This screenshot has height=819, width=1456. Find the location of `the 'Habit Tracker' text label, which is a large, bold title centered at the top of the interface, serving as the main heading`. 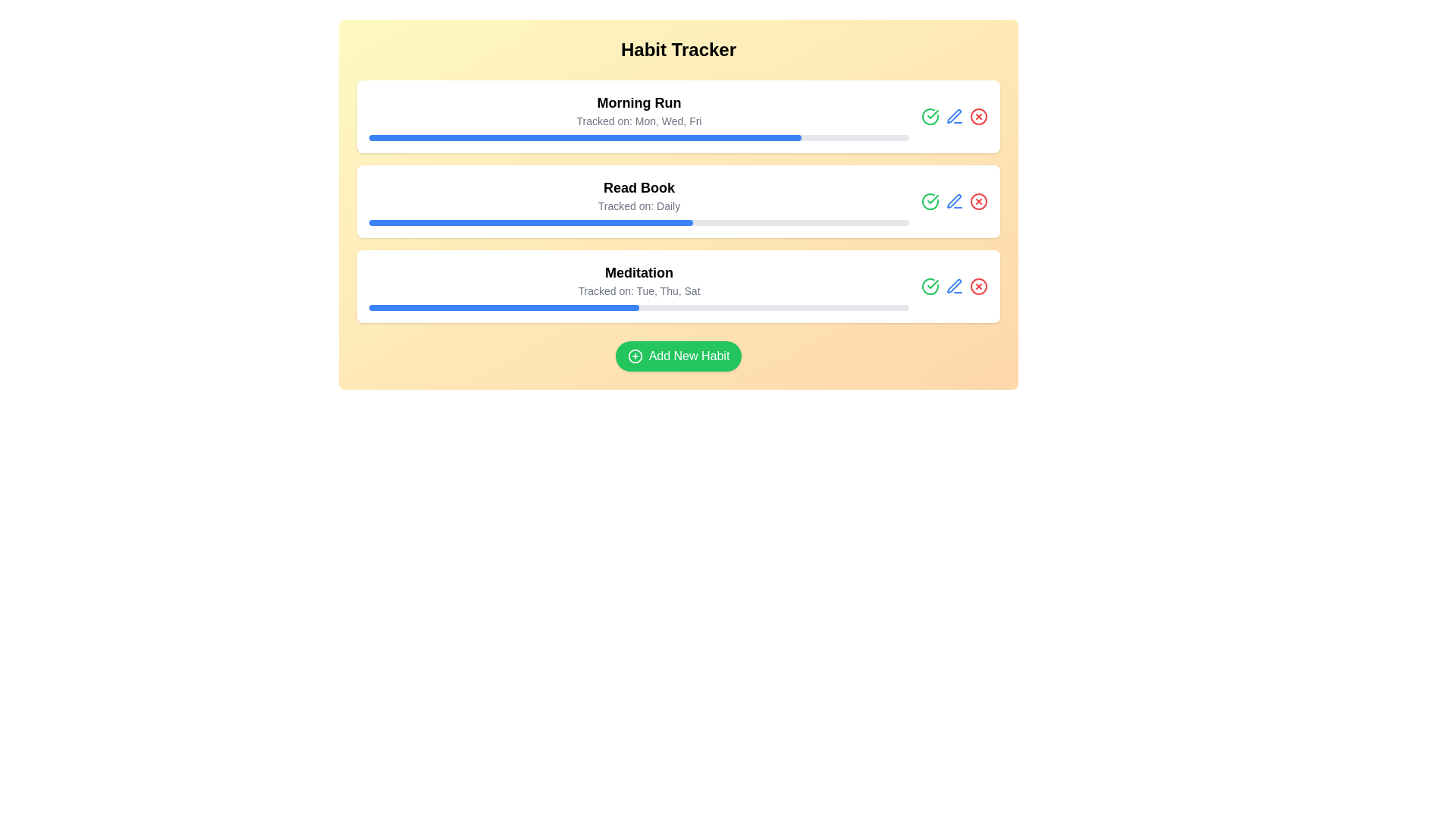

the 'Habit Tracker' text label, which is a large, bold title centered at the top of the interface, serving as the main heading is located at coordinates (677, 49).